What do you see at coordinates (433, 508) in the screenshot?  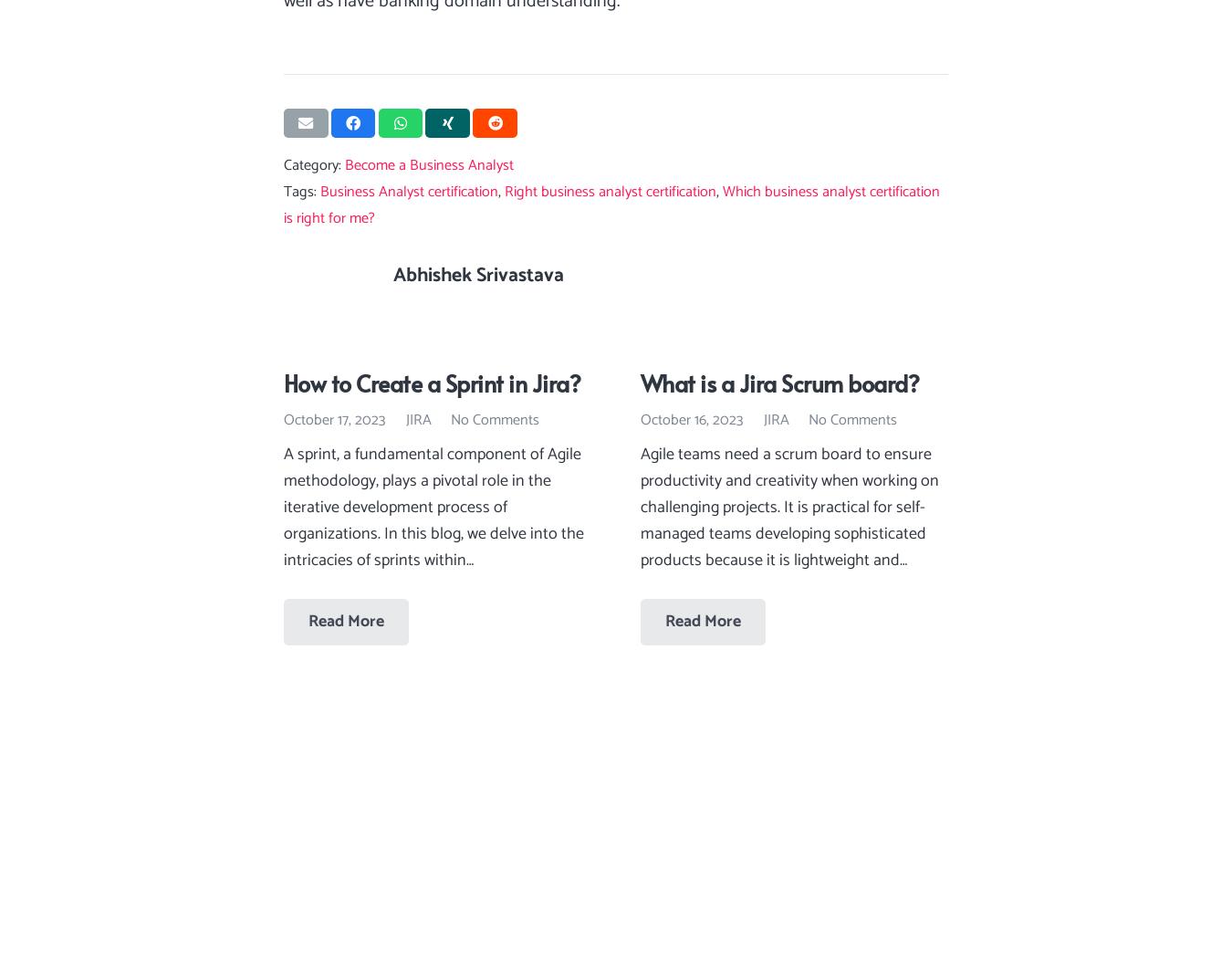 I see `'A sprint, a fundamental component of Agile methodology, plays a pivotal role in the iterative development process of organizations. In this blog, we delve into the intricacies of sprints within…'` at bounding box center [433, 508].